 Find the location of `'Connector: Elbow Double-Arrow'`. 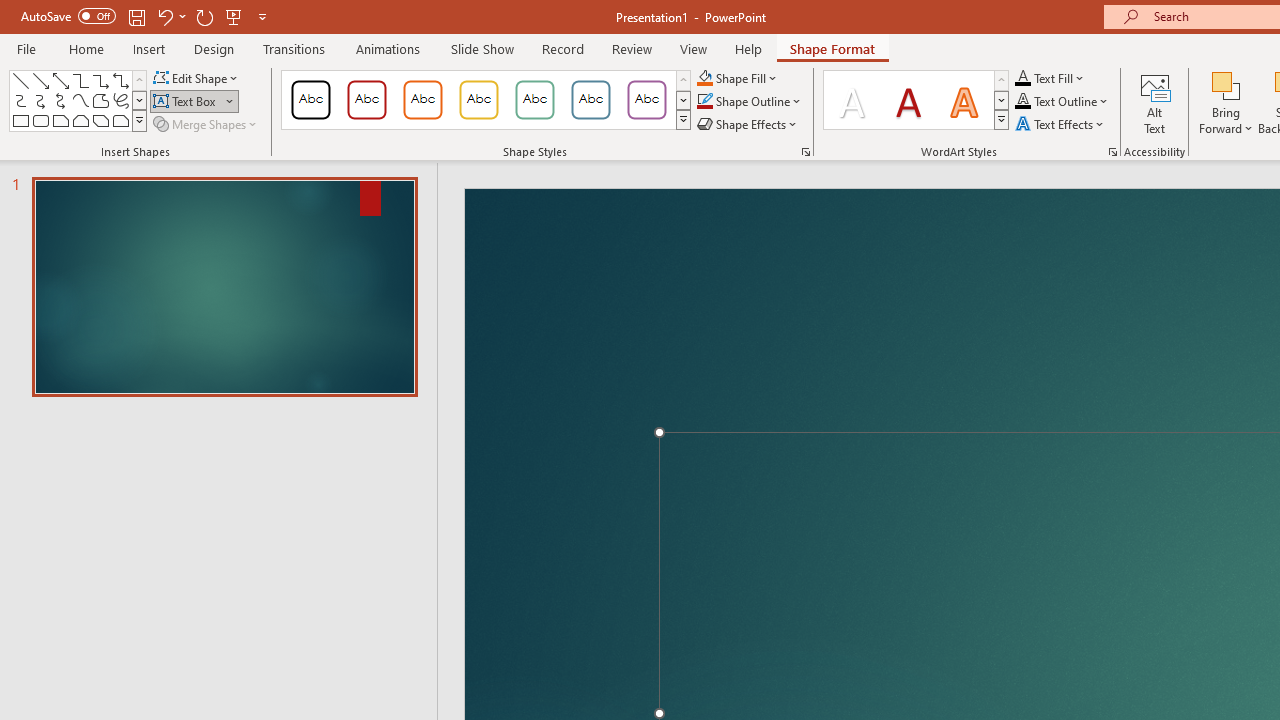

'Connector: Elbow Double-Arrow' is located at coordinates (119, 80).